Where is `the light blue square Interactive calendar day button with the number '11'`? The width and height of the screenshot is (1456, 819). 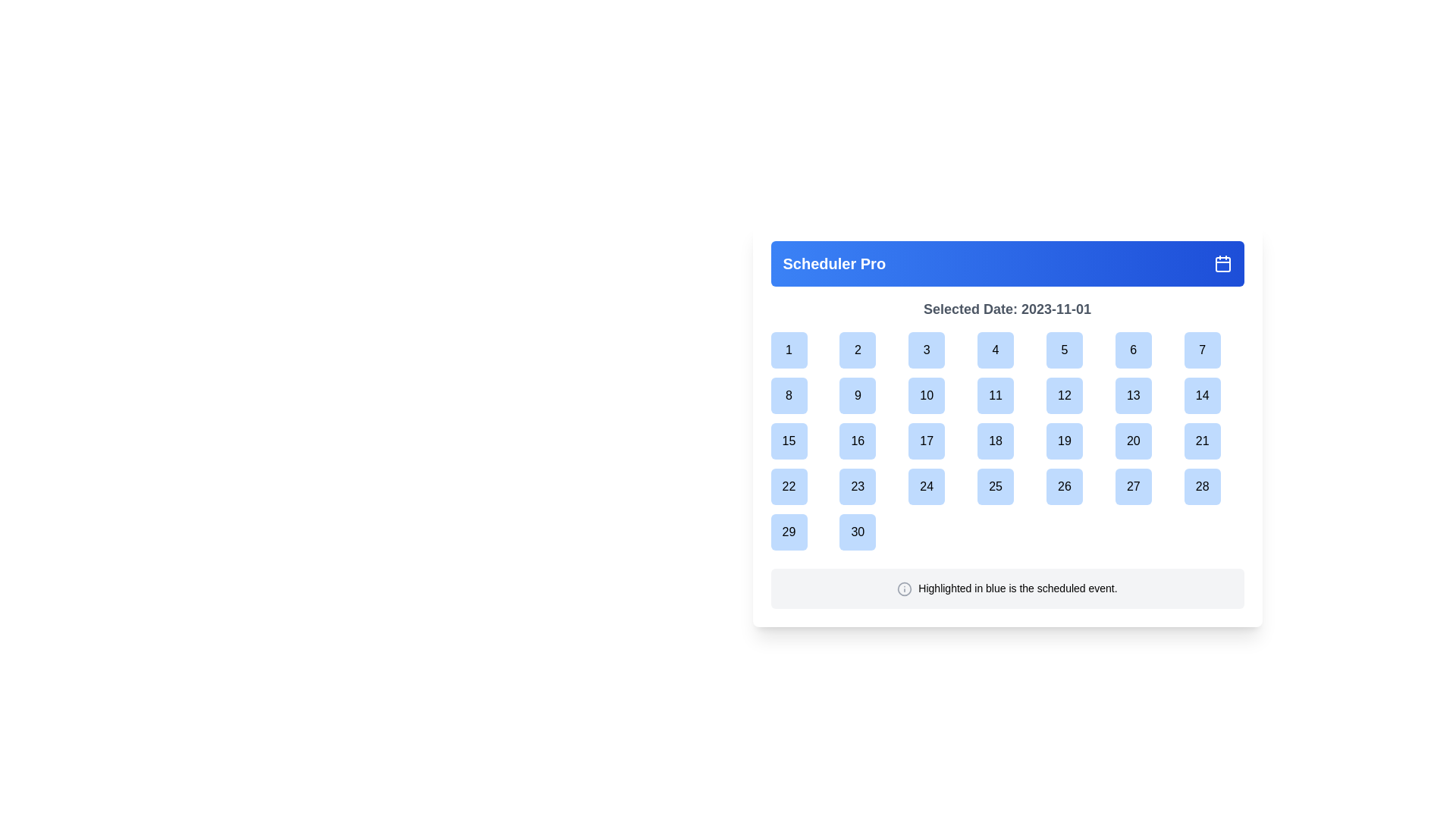 the light blue square Interactive calendar day button with the number '11' is located at coordinates (1007, 394).